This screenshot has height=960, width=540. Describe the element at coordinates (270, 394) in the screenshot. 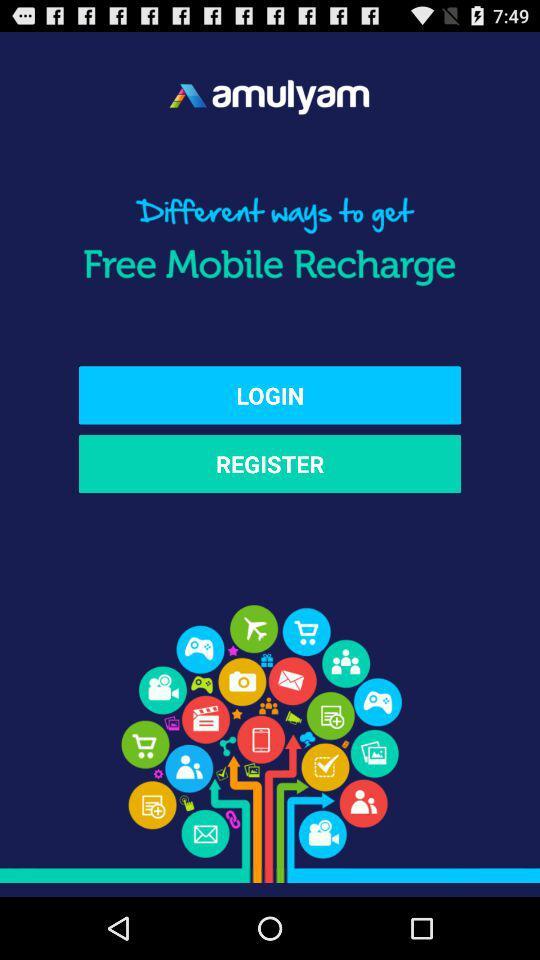

I see `the login icon` at that location.